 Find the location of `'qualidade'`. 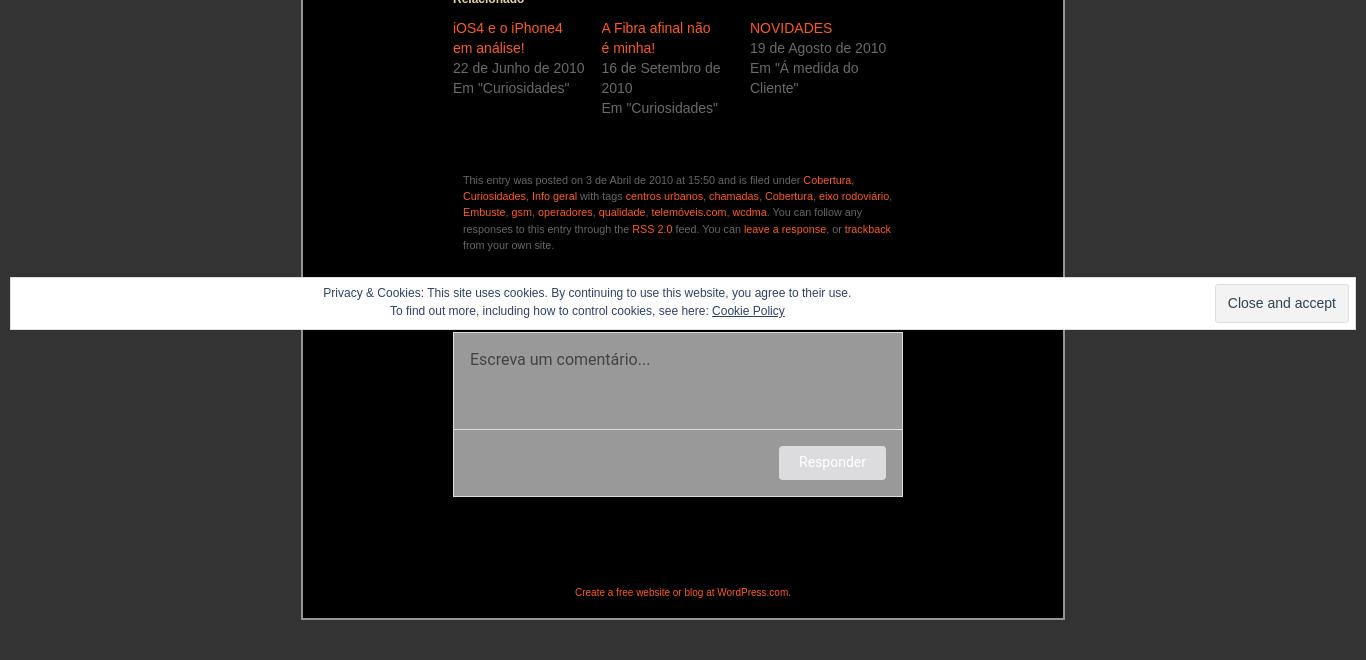

'qualidade' is located at coordinates (620, 210).